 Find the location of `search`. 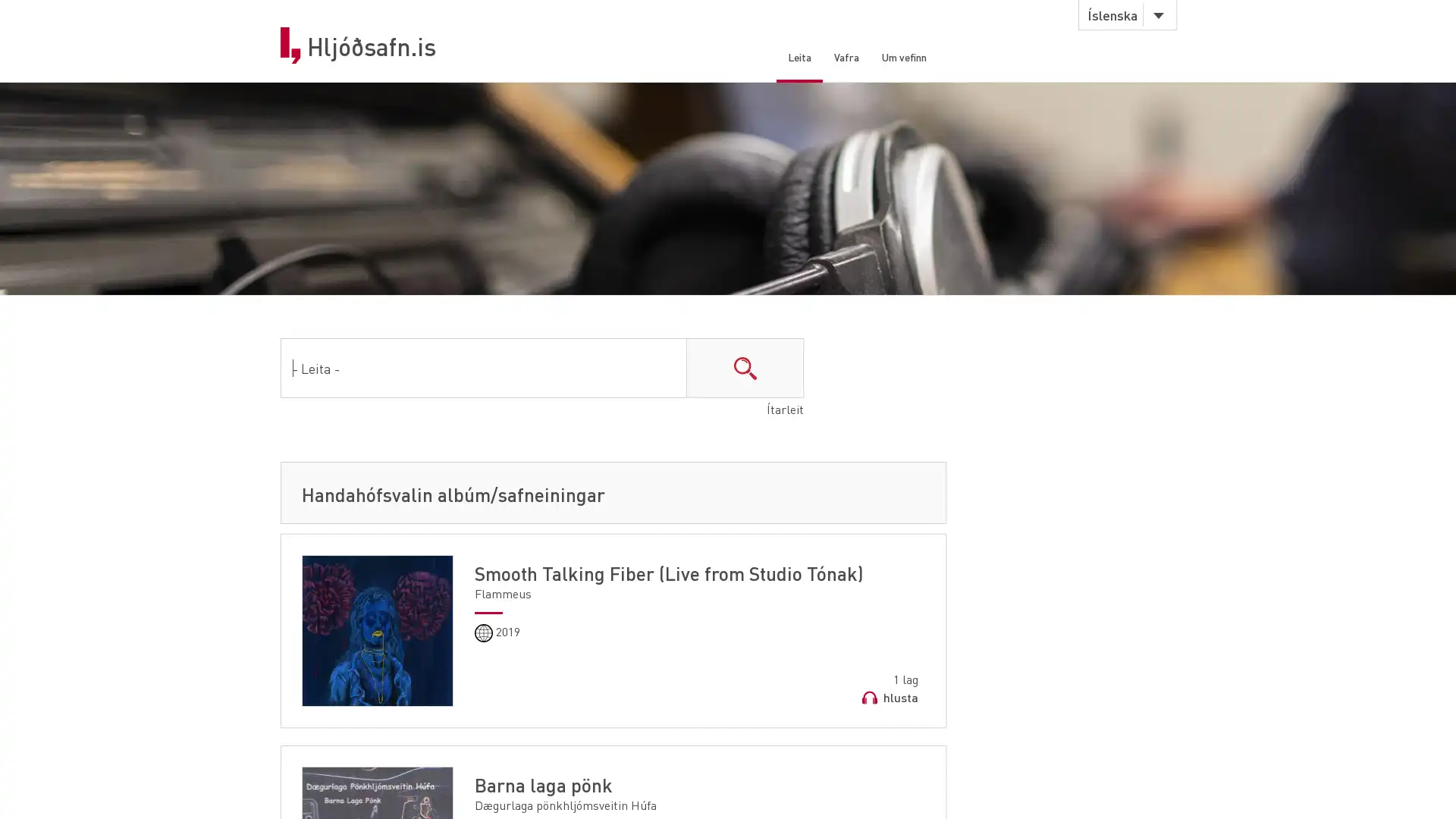

search is located at coordinates (745, 371).